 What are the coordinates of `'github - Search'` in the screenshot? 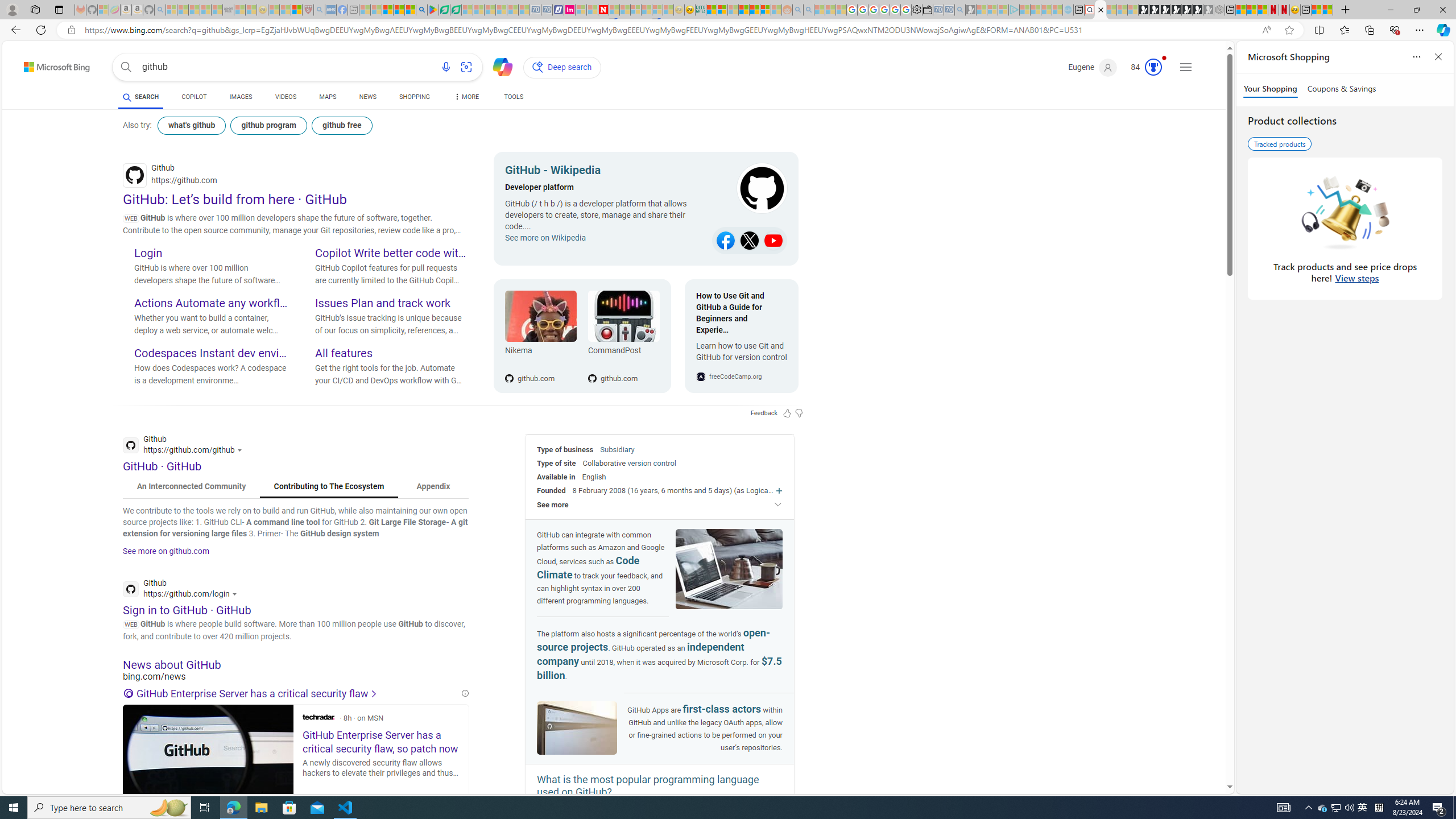 It's located at (1101, 9).